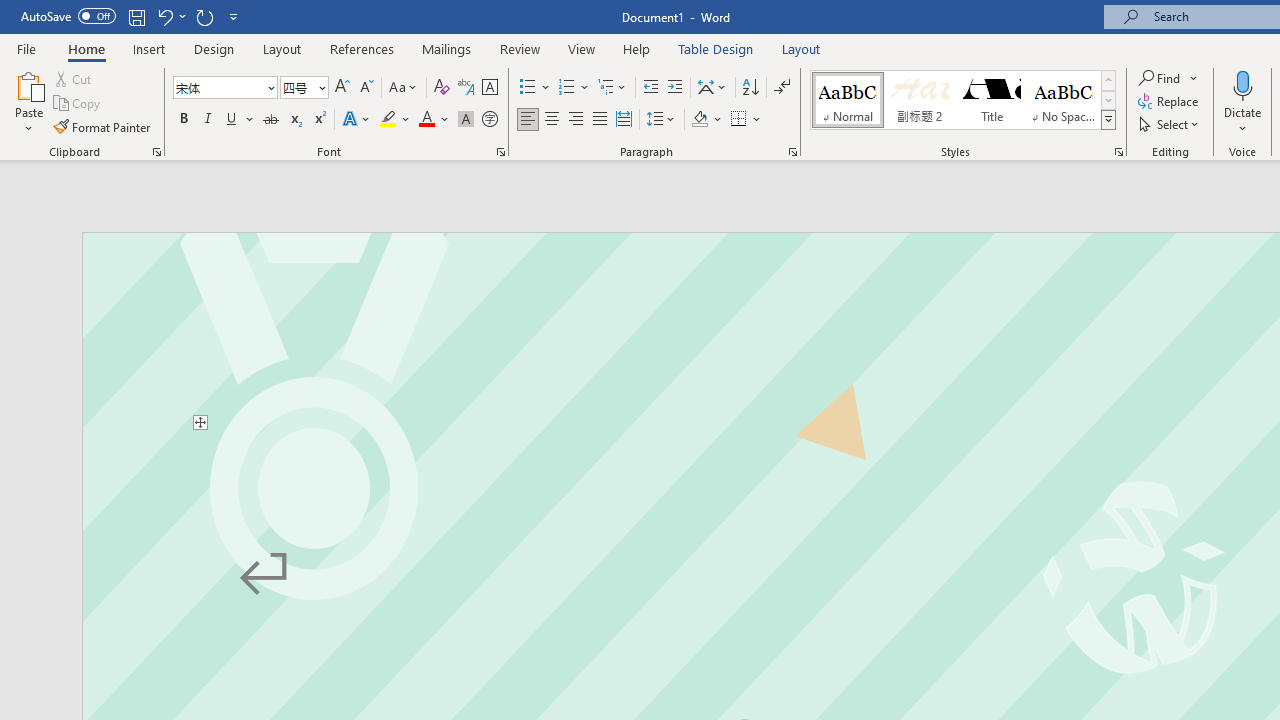 The height and width of the screenshot is (720, 1280). Describe the element at coordinates (963, 100) in the screenshot. I see `'AutomationID: QuickStylesGallery'` at that location.